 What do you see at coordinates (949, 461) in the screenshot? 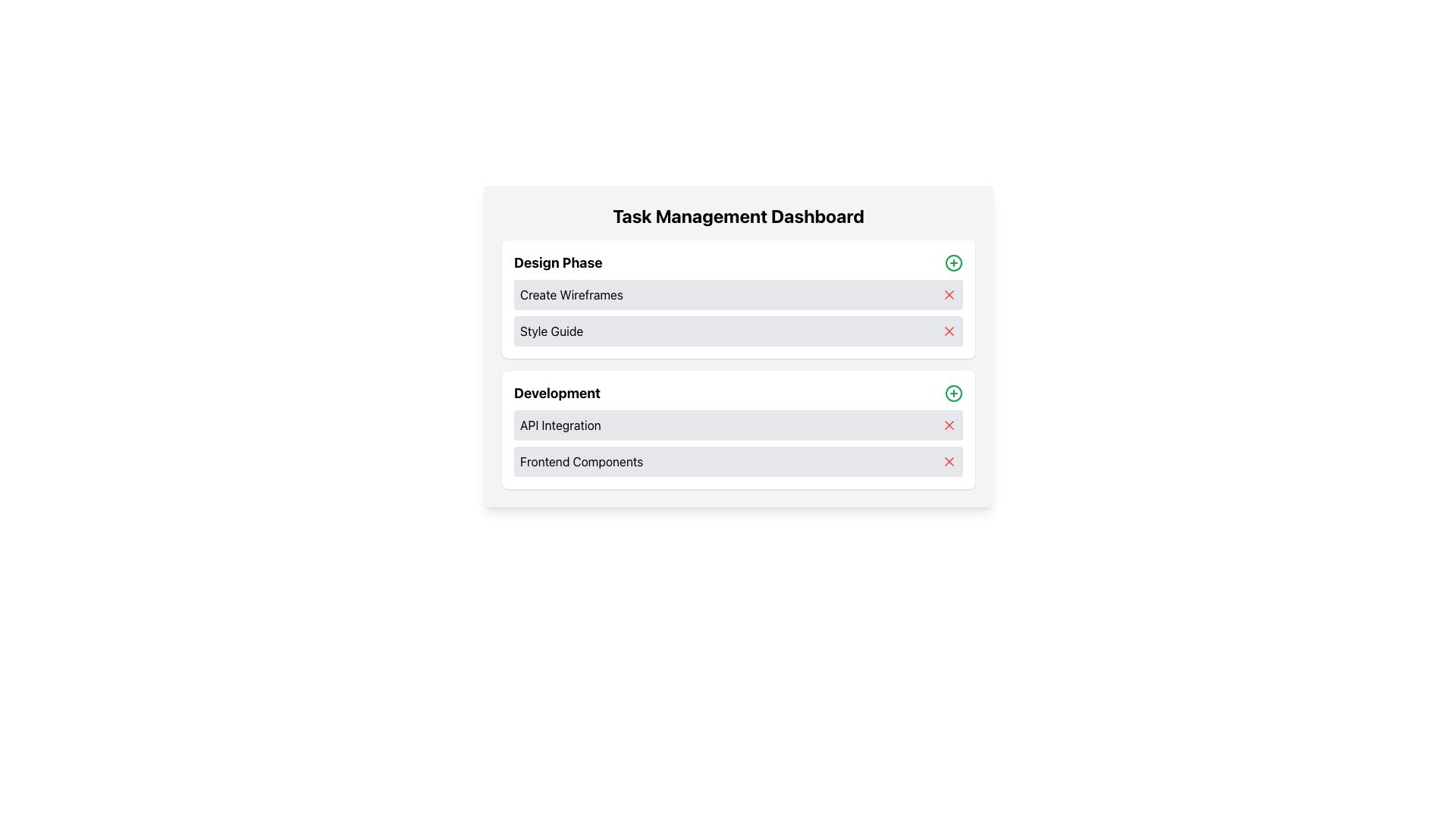
I see `the 'Close' or 'Delete' icon located at the bottom of the 'Development' phase card, specifically at the end of the 'Frontend Components' row` at bounding box center [949, 461].